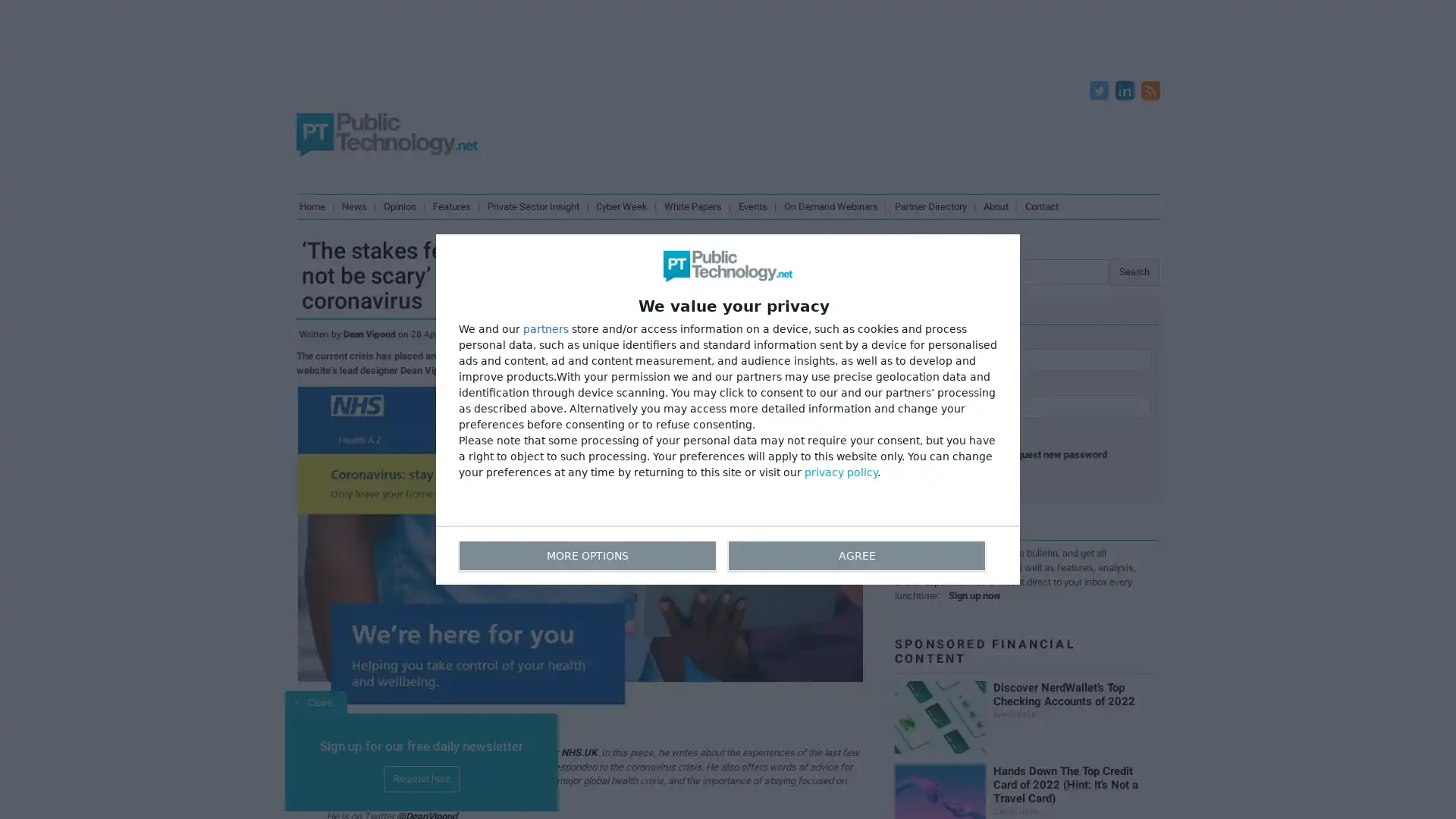 This screenshot has width=1456, height=819. What do you see at coordinates (1133, 271) in the screenshot?
I see `Search` at bounding box center [1133, 271].